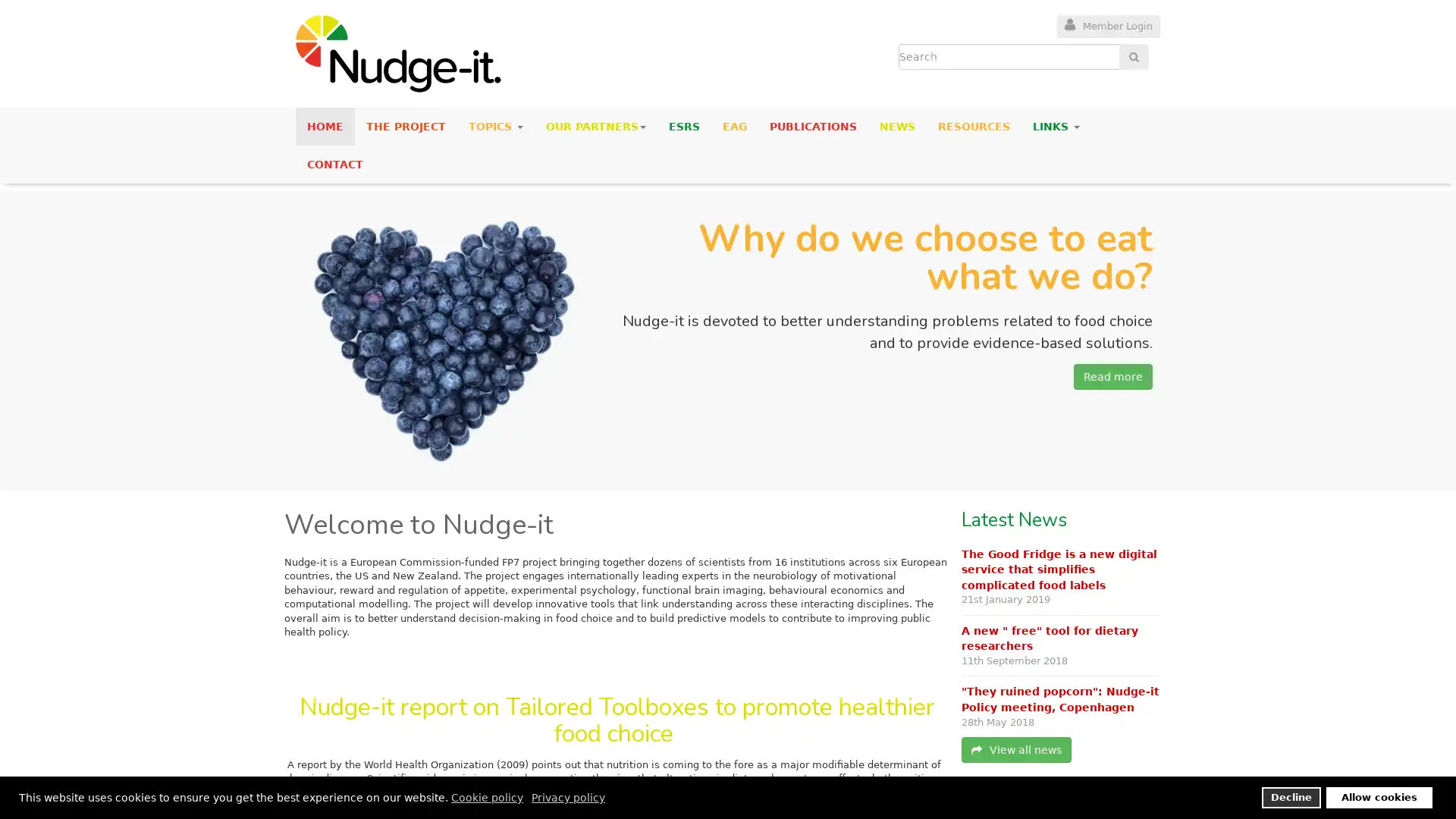 The image size is (1456, 819). I want to click on cookie policy, so click(488, 796).